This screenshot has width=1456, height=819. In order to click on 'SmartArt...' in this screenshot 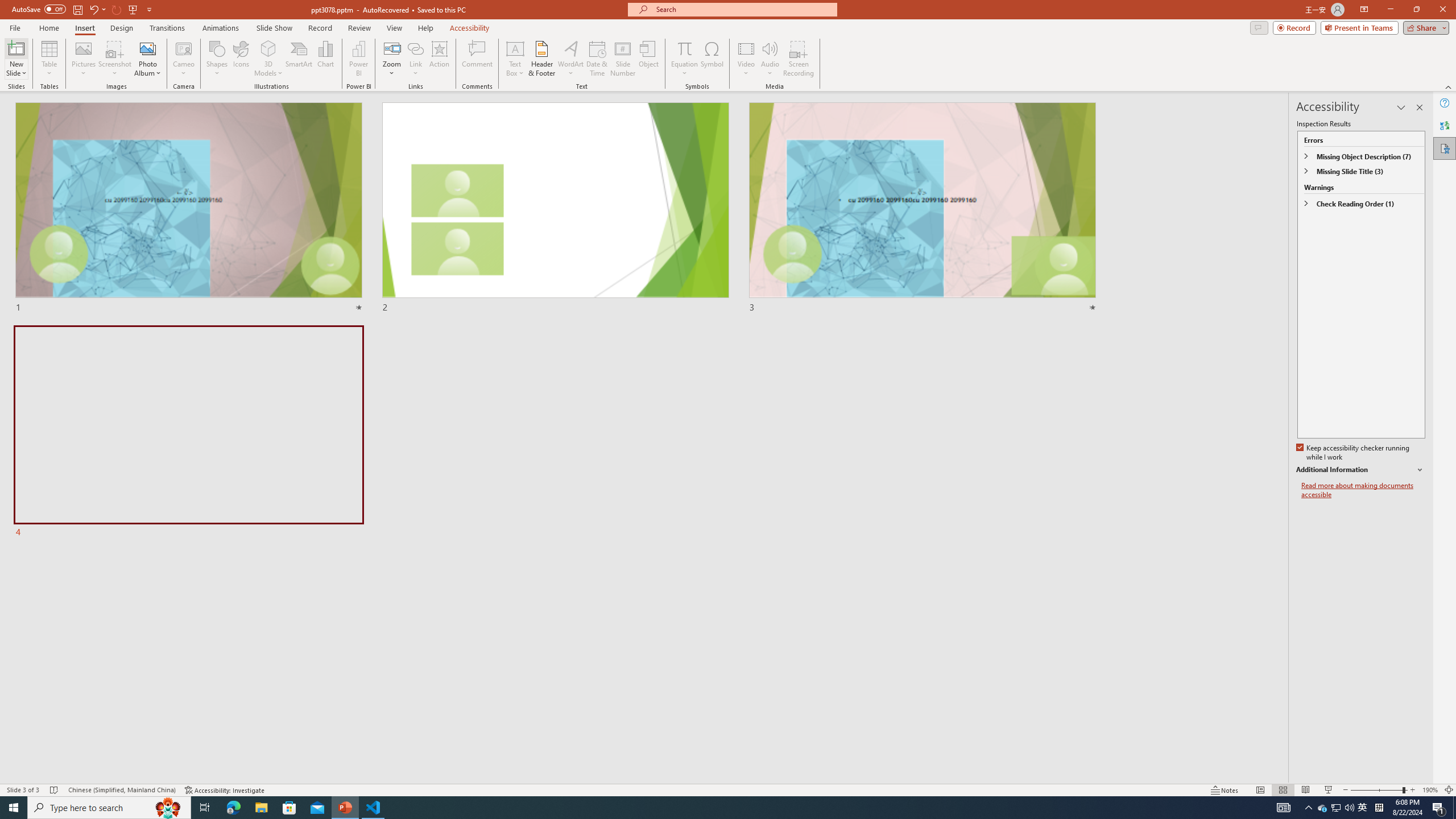, I will do `click(299, 59)`.